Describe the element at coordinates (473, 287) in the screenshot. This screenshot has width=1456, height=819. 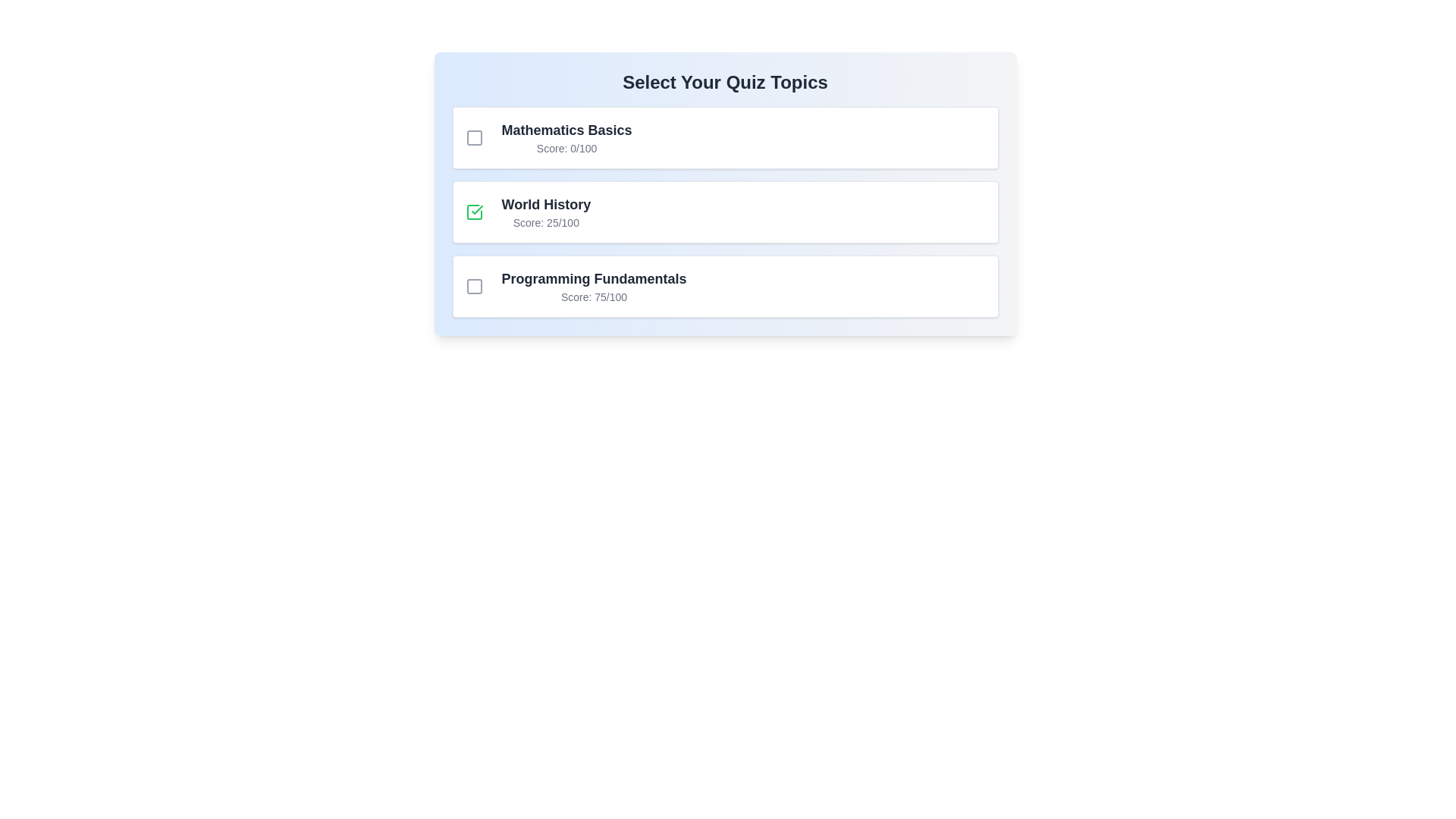
I see `the quiz topic Programming Fundamentals` at that location.